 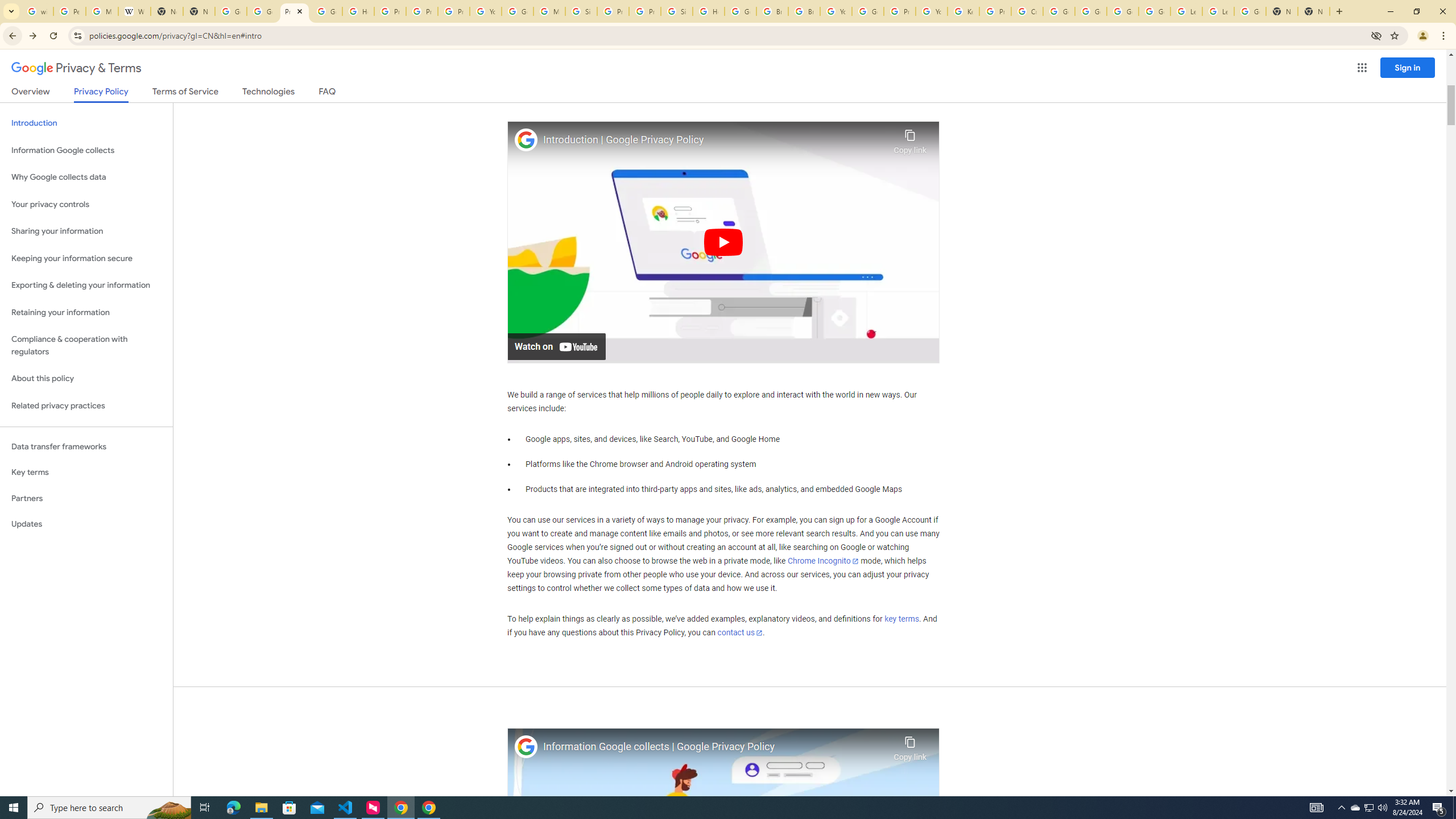 What do you see at coordinates (581, 11) in the screenshot?
I see `'Sign in - Google Accounts'` at bounding box center [581, 11].